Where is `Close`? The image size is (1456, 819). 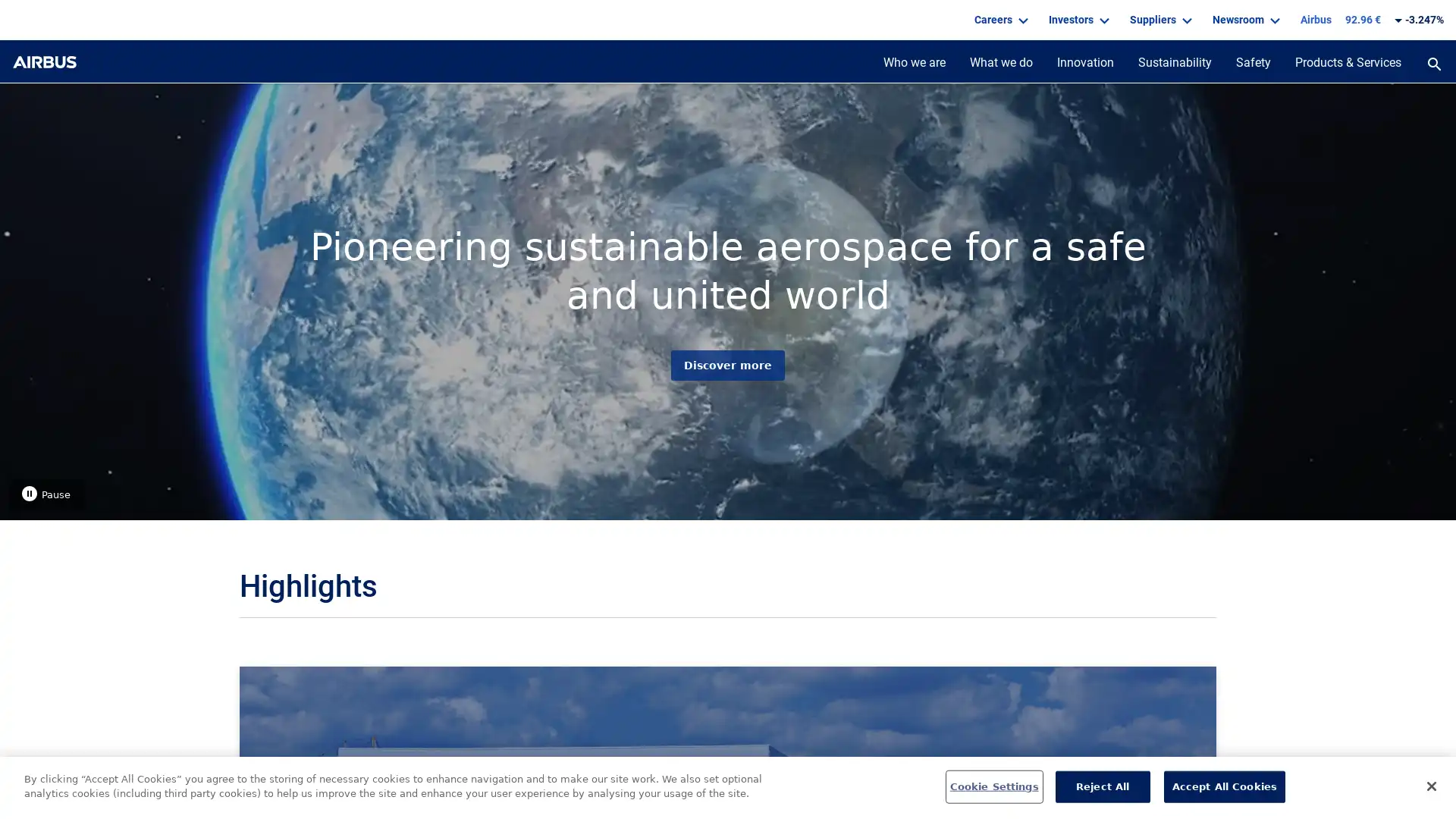
Close is located at coordinates (1430, 785).